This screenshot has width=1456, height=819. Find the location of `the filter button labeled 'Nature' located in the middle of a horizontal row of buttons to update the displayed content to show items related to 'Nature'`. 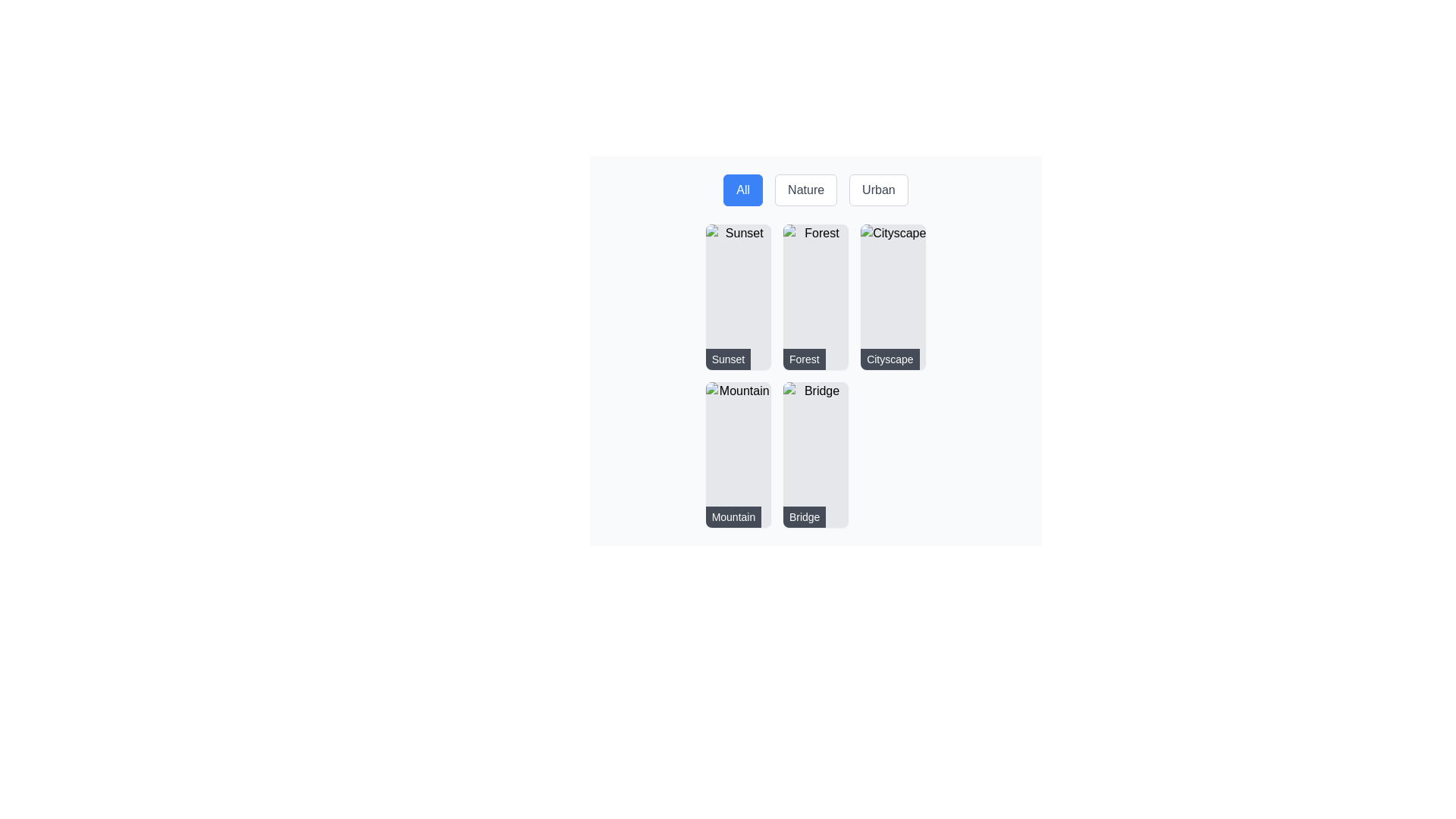

the filter button labeled 'Nature' located in the middle of a horizontal row of buttons to update the displayed content to show items related to 'Nature' is located at coordinates (805, 189).